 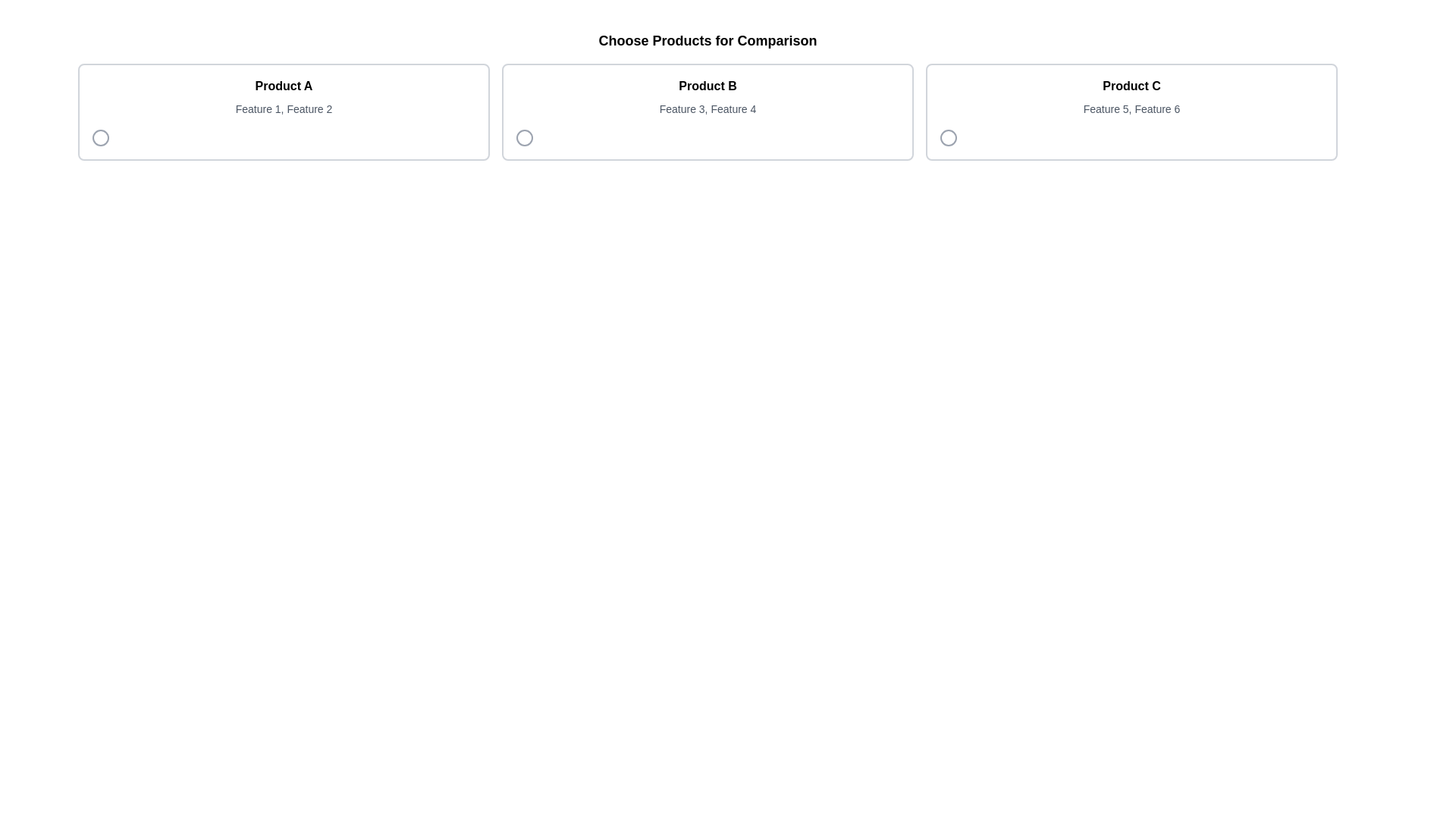 What do you see at coordinates (284, 111) in the screenshot?
I see `the selectable card titled 'Product A' in the comparison interface` at bounding box center [284, 111].